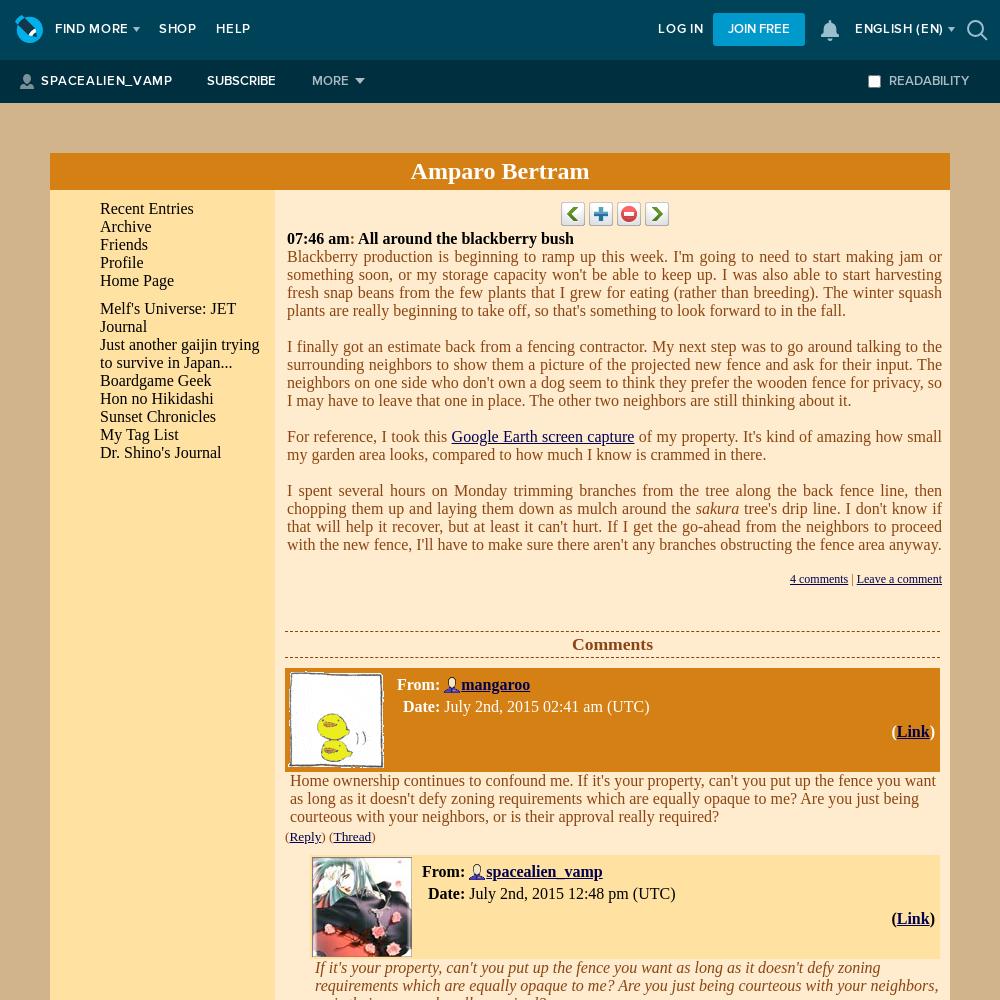 The height and width of the screenshot is (1000, 1000). I want to click on 'Blackberry production is beginning to ramp up this week. I'm going to need to start making jam or something soon, or my storage capacity won't be able to keep up. I was also able to start harvesting fresh snap beans from the few plants that I grew for eating (rather than breeding). The winter squash plants are really beginning to take off, so that's something to look forward to in the fall.', so click(613, 283).